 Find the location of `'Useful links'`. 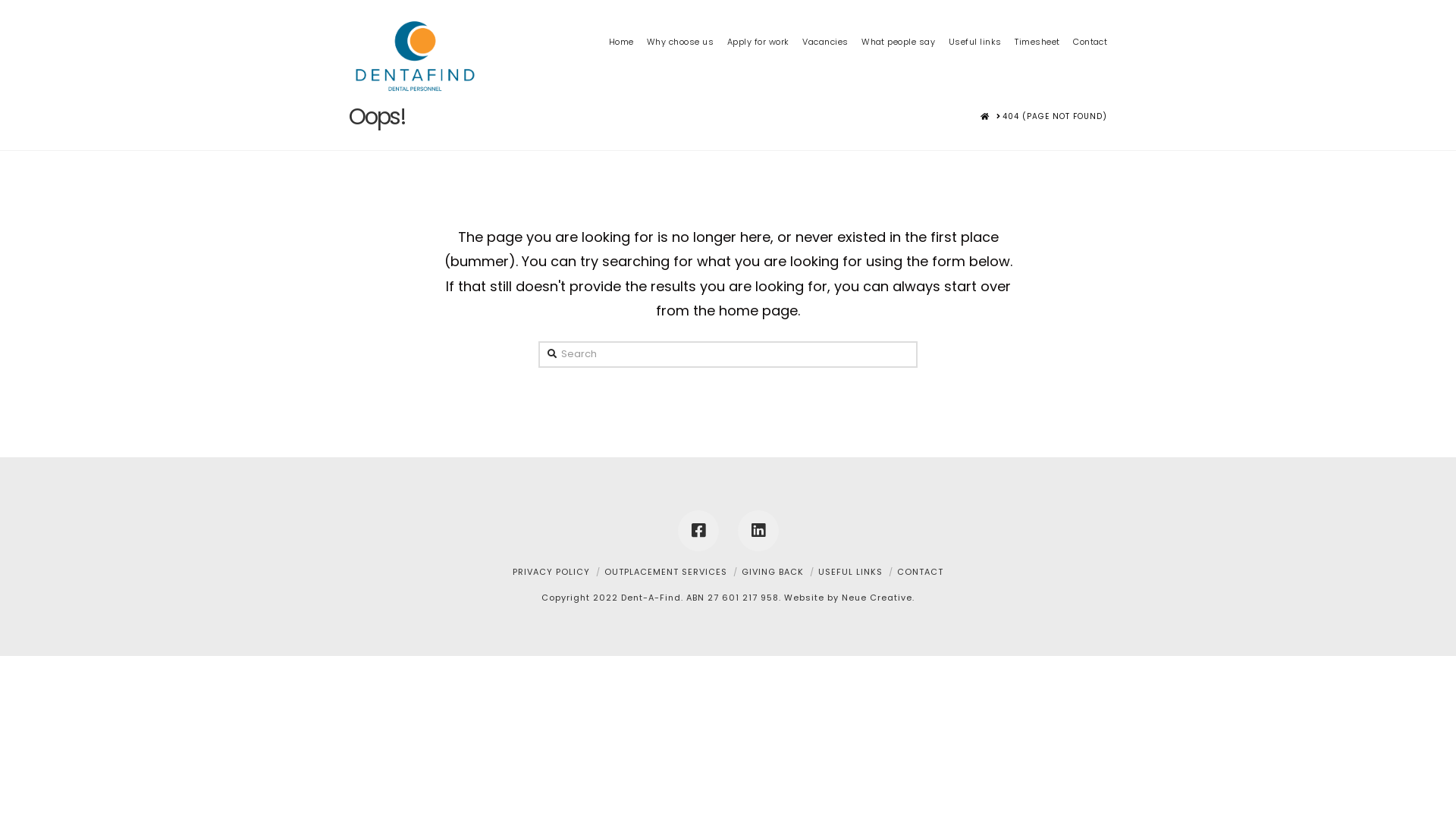

'Useful links' is located at coordinates (941, 18).